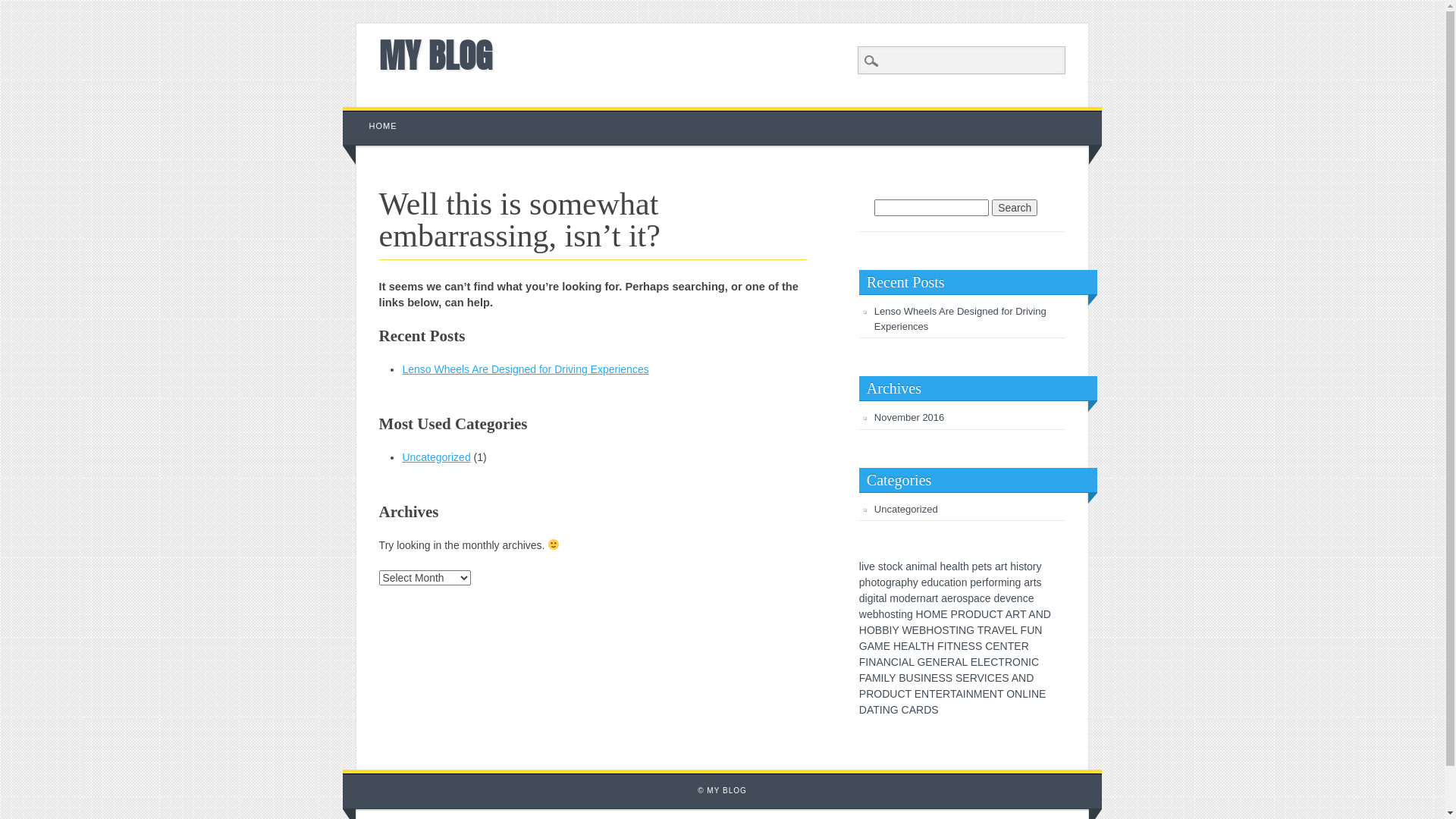 This screenshot has height=819, width=1456. Describe the element at coordinates (880, 710) in the screenshot. I see `'I'` at that location.